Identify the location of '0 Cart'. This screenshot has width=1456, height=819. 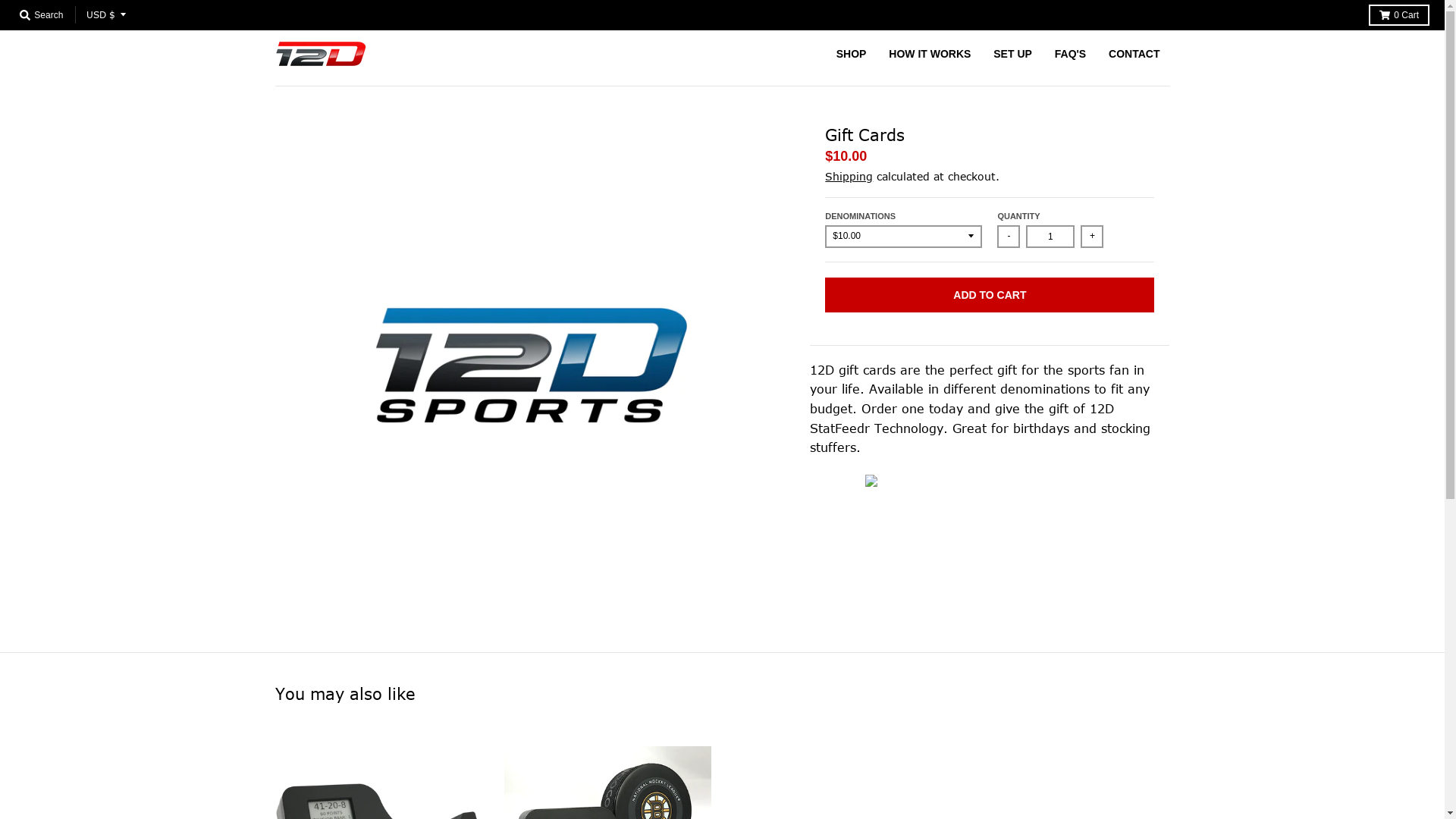
(1398, 14).